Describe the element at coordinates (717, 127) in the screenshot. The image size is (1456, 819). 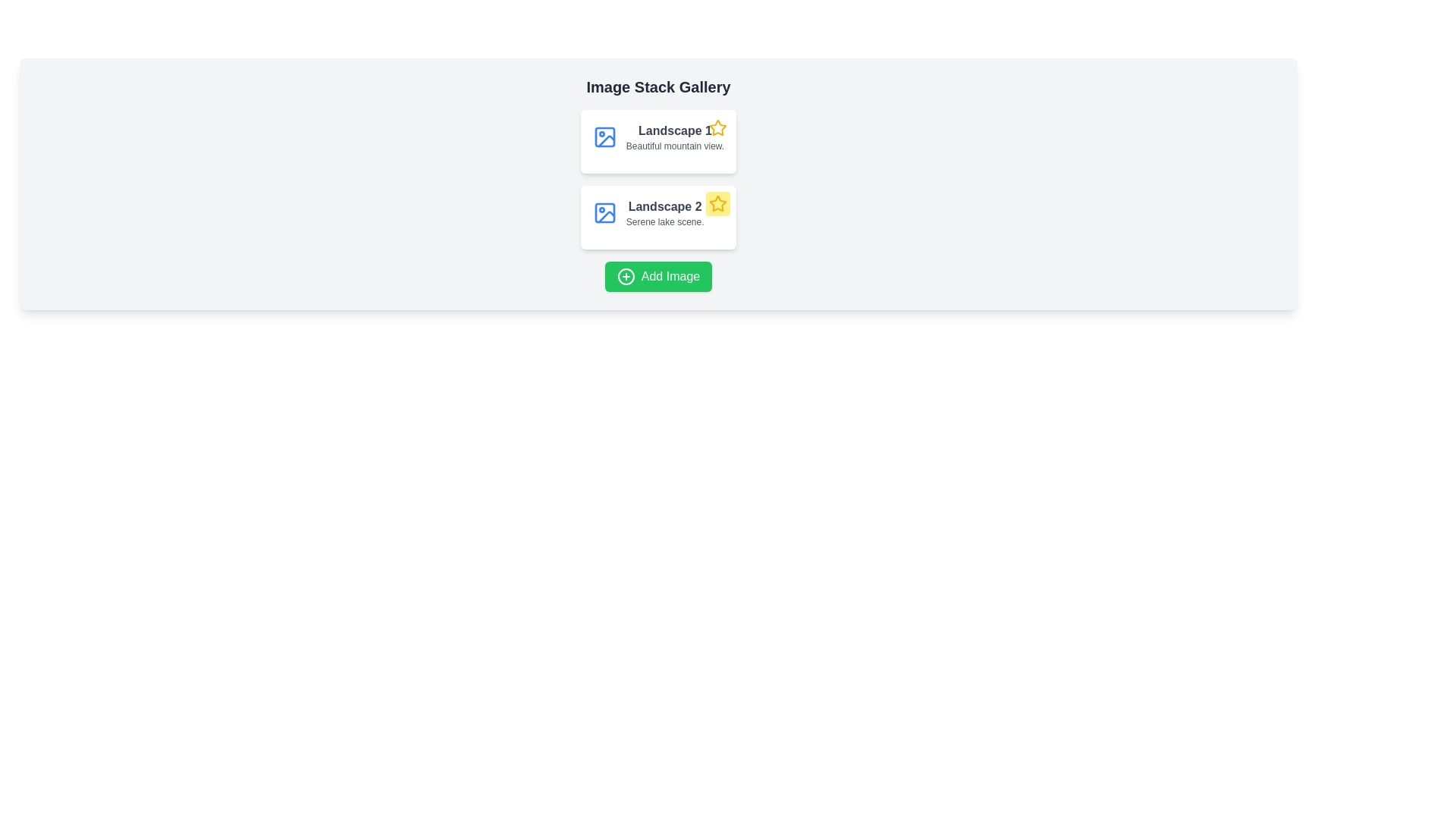
I see `the star icon in the upper-right corner of the 'Landscape' card` at that location.